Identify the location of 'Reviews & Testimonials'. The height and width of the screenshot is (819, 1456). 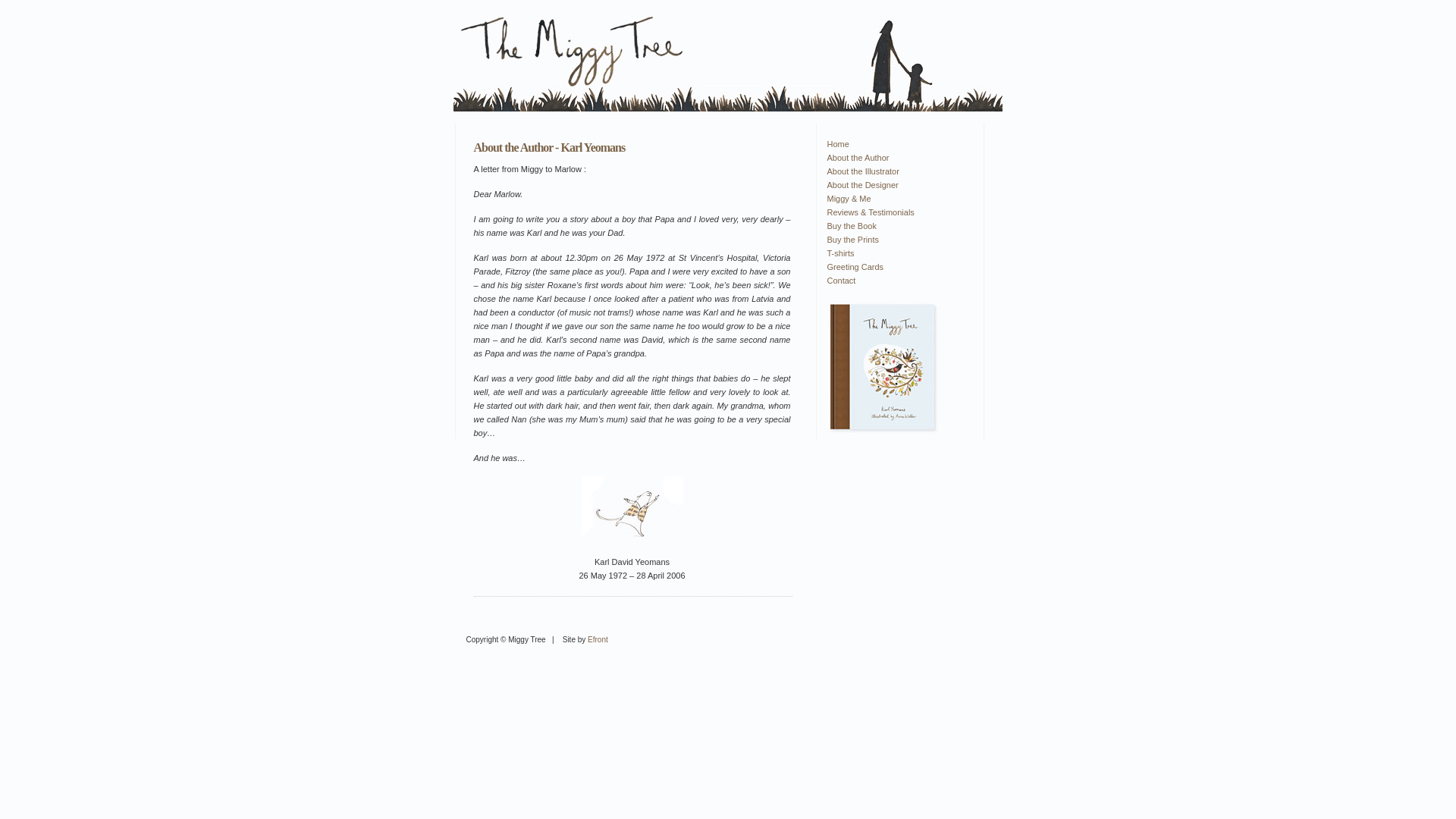
(895, 212).